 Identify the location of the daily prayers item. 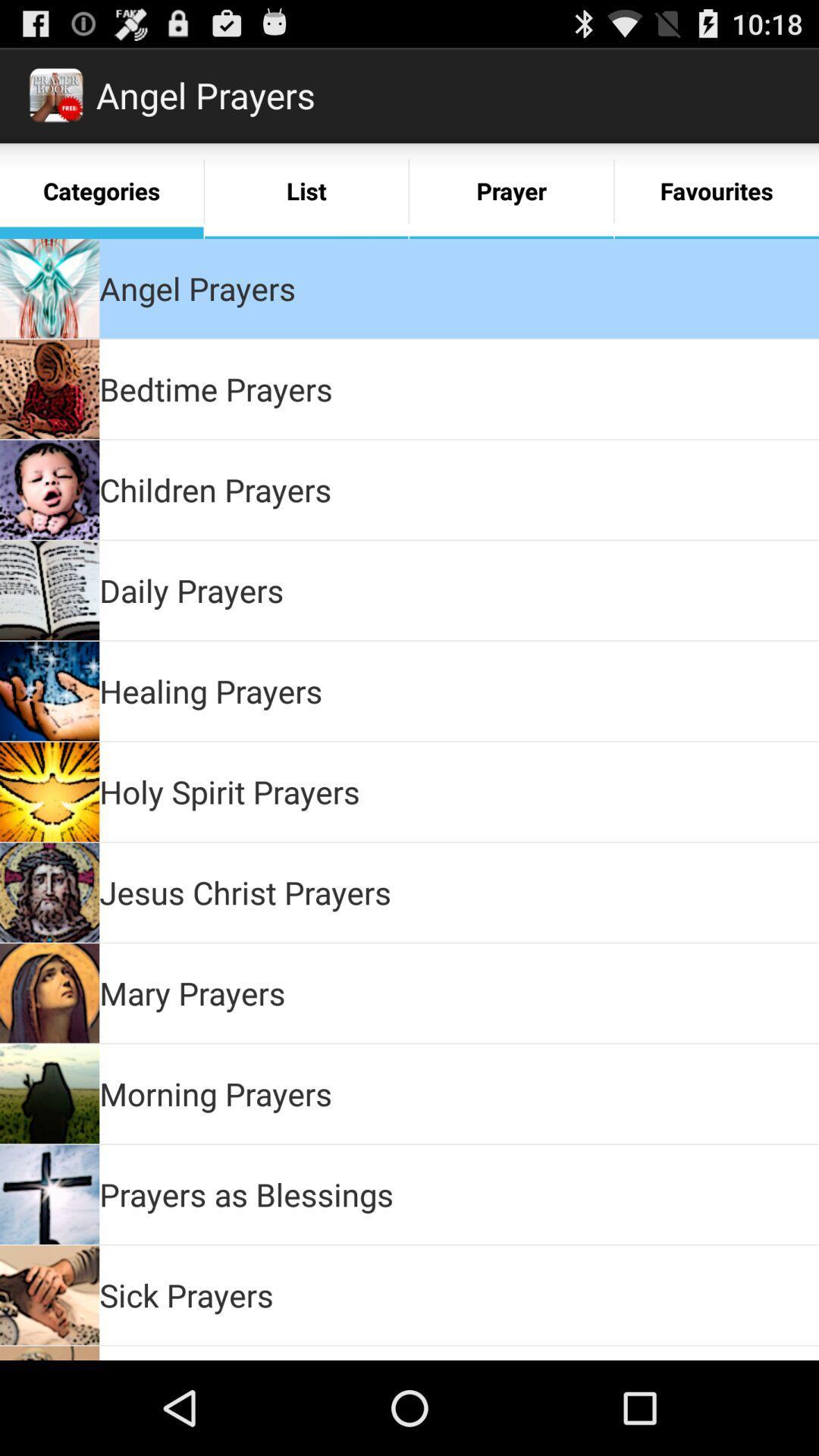
(190, 589).